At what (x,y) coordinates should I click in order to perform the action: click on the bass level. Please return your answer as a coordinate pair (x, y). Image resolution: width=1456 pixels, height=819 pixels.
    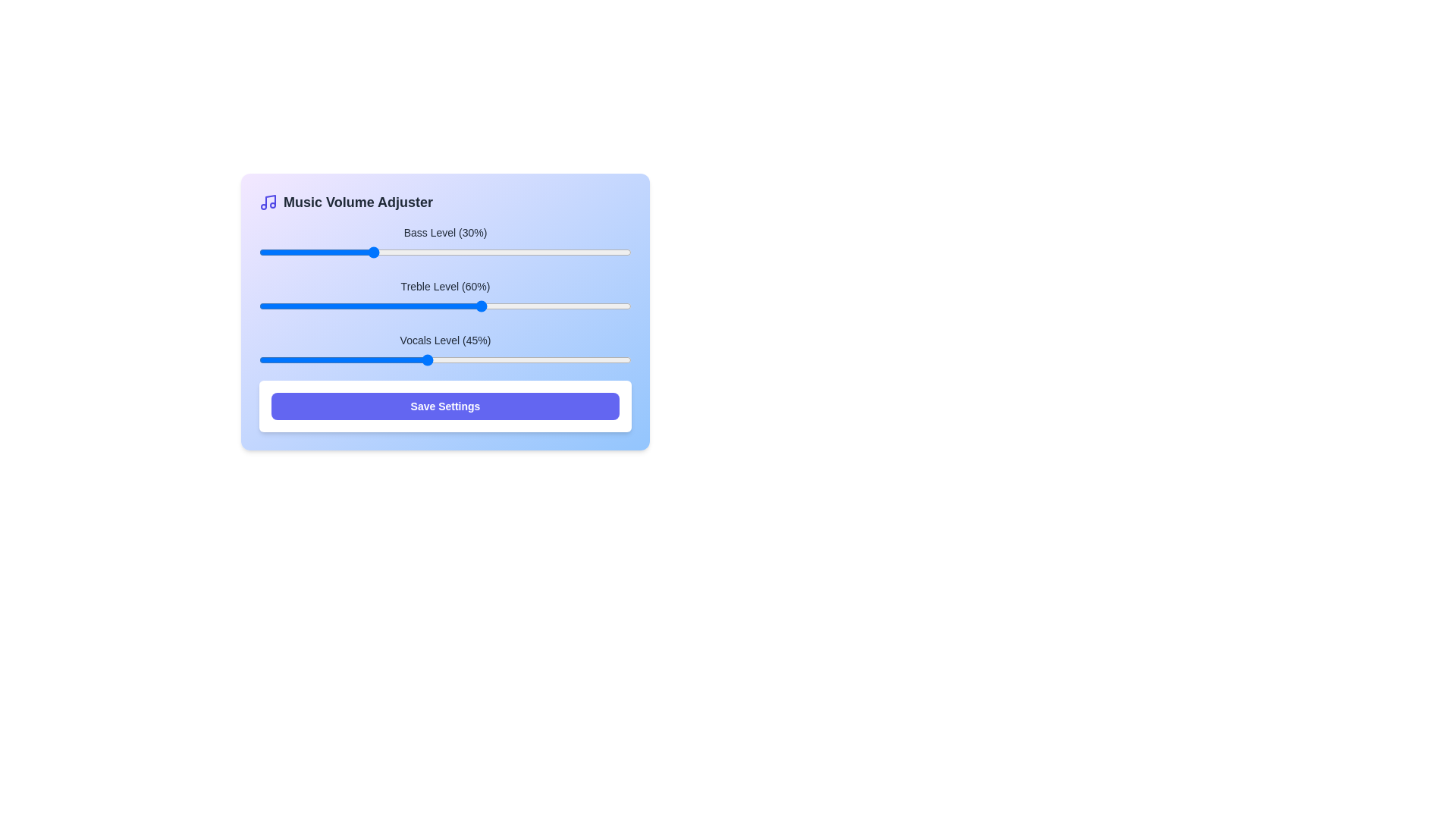
    Looking at the image, I should click on (535, 251).